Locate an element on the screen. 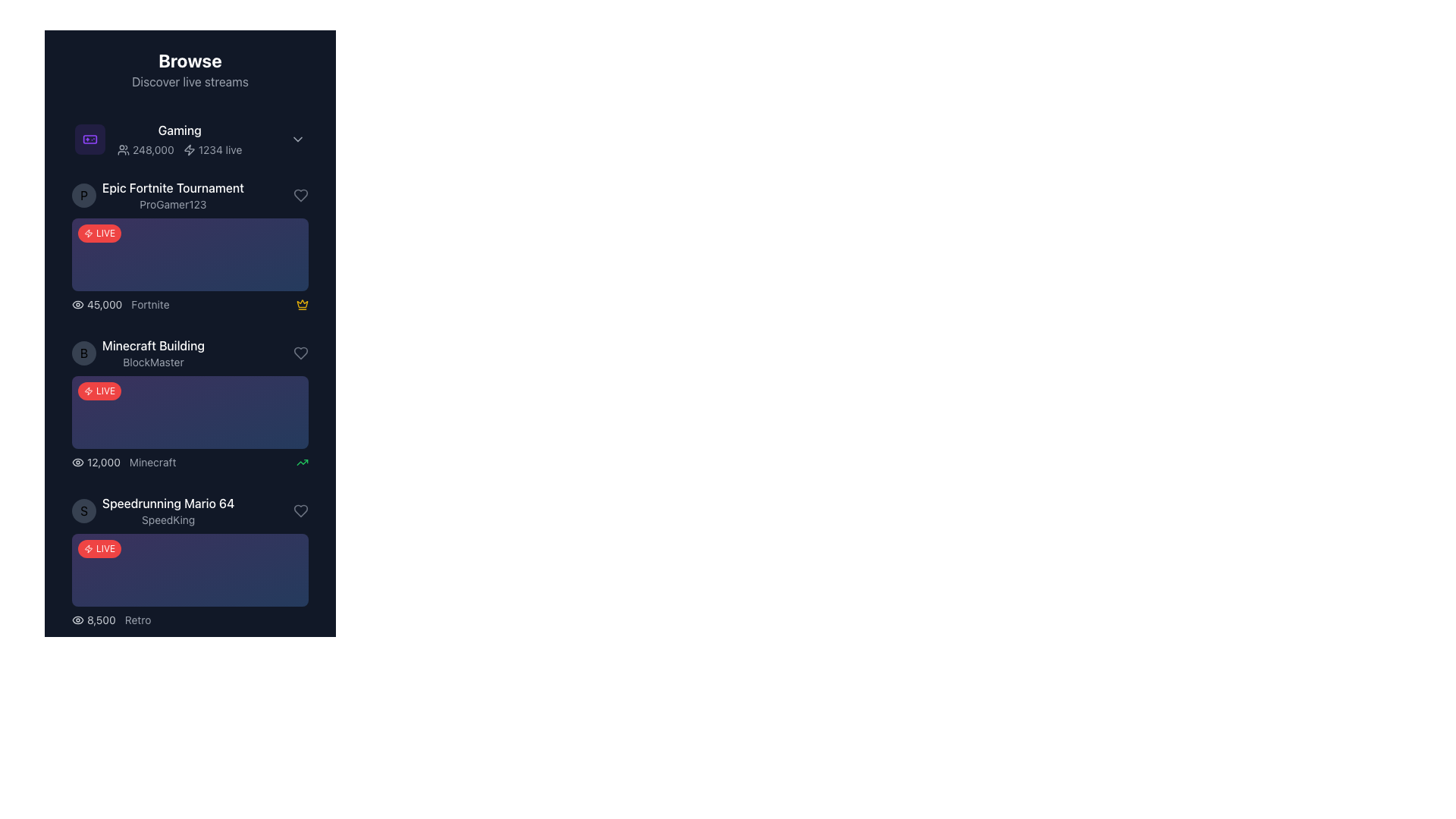 The height and width of the screenshot is (819, 1456). the numeric text '8,500' styled in gray font next to the eye icon, which indicates viewer count for the 'Speedrunning Mario 64' list entry is located at coordinates (93, 620).